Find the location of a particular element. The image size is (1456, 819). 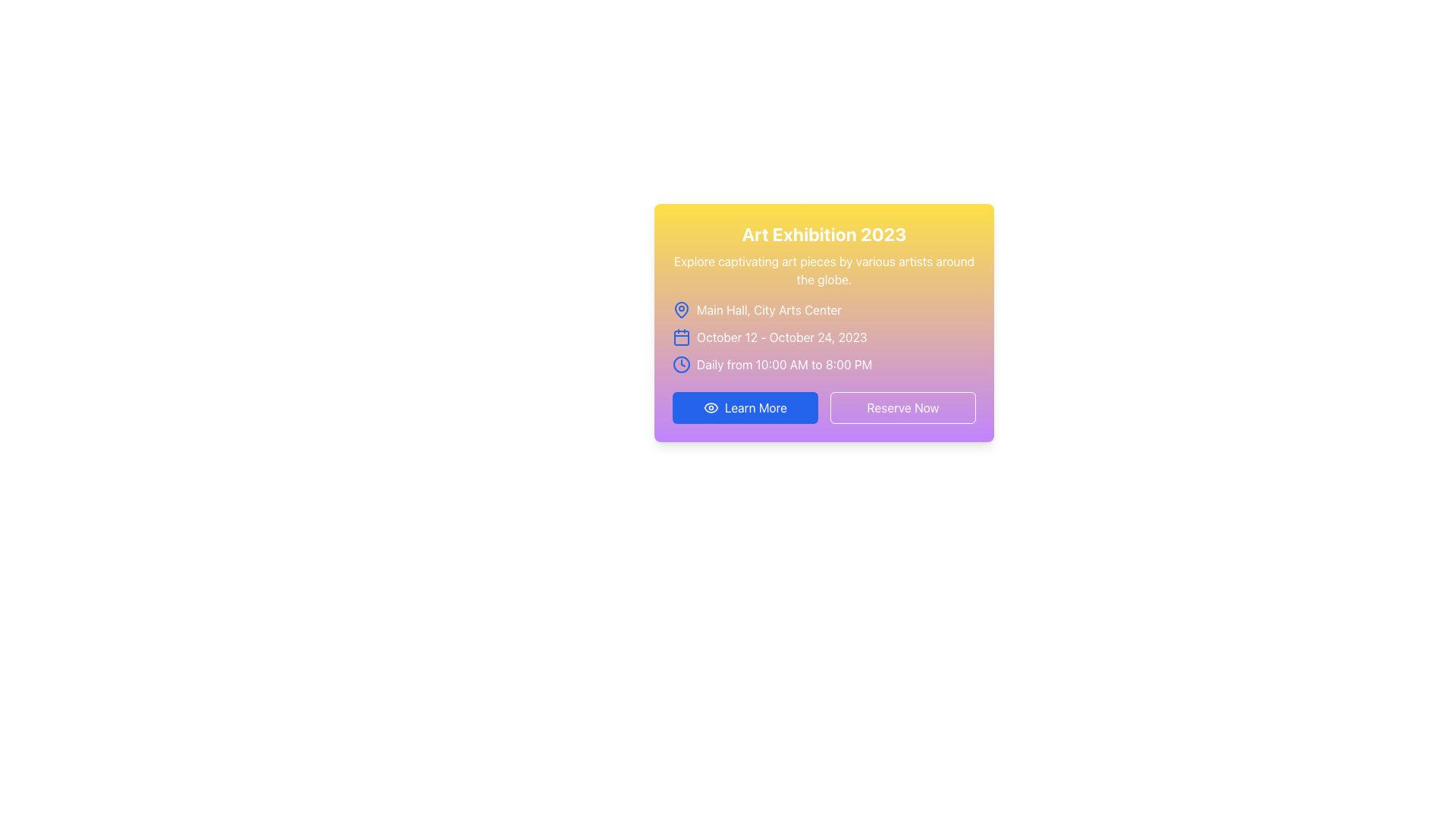

the map pin icon located to the left of the text 'Main Hall, City Arts Center' within the event detail card is located at coordinates (680, 309).